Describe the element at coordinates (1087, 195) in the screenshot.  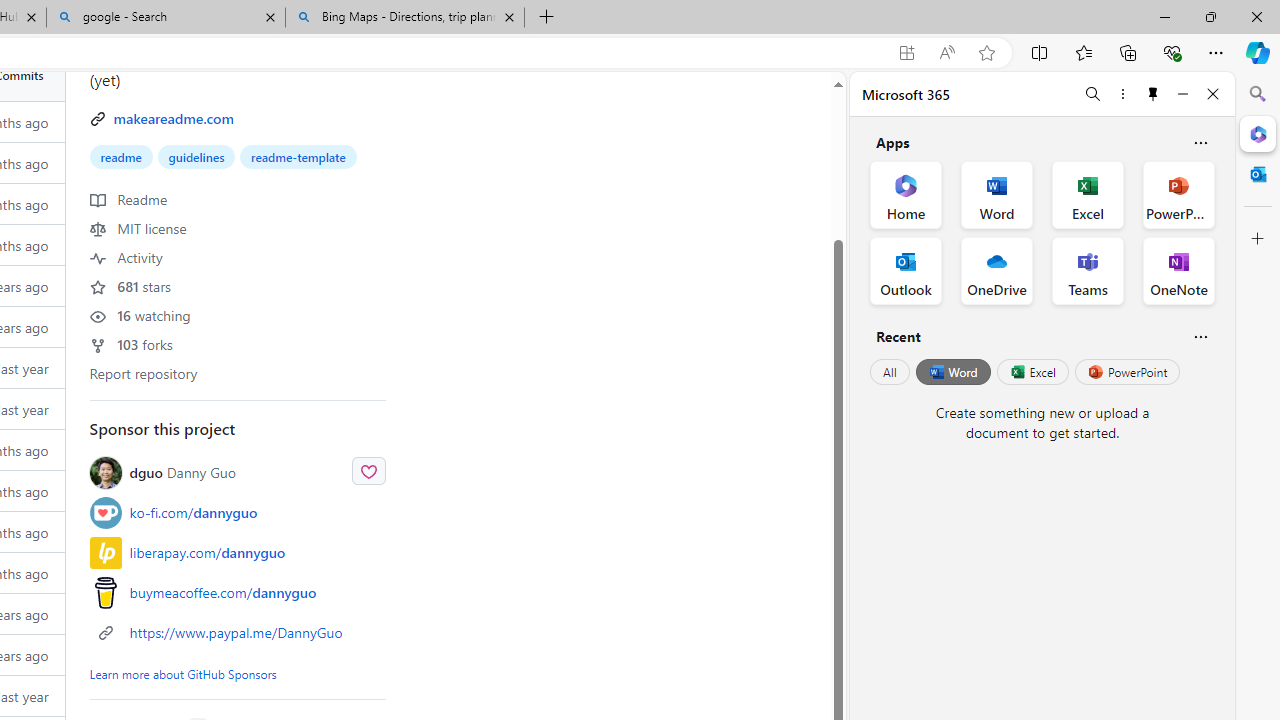
I see `'Excel Office App'` at that location.